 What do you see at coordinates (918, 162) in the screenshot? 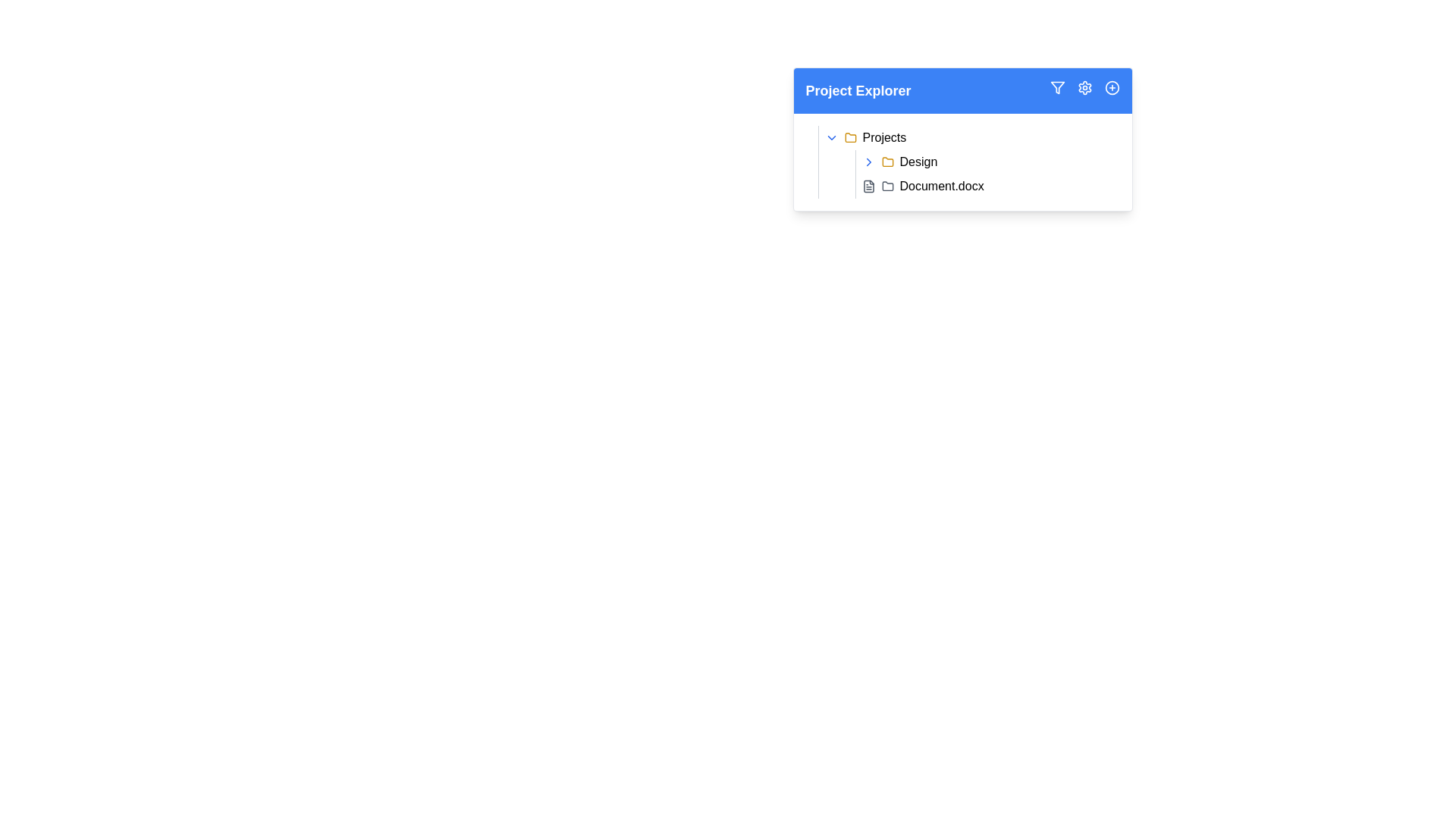
I see `the 'Design' text label in the 'Project Explorer' panel` at bounding box center [918, 162].